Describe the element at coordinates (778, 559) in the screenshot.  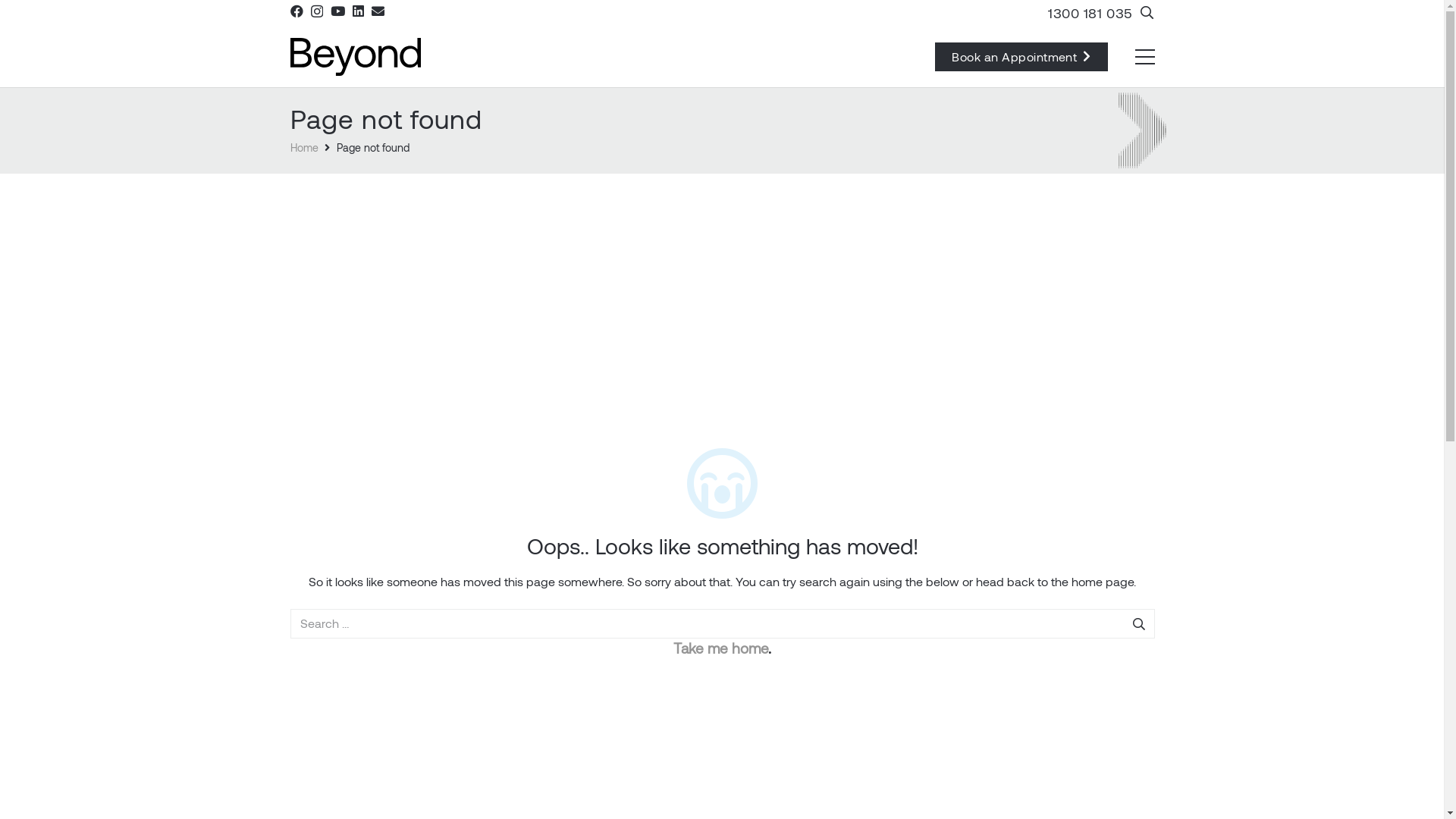
I see `'Send an Email'` at that location.